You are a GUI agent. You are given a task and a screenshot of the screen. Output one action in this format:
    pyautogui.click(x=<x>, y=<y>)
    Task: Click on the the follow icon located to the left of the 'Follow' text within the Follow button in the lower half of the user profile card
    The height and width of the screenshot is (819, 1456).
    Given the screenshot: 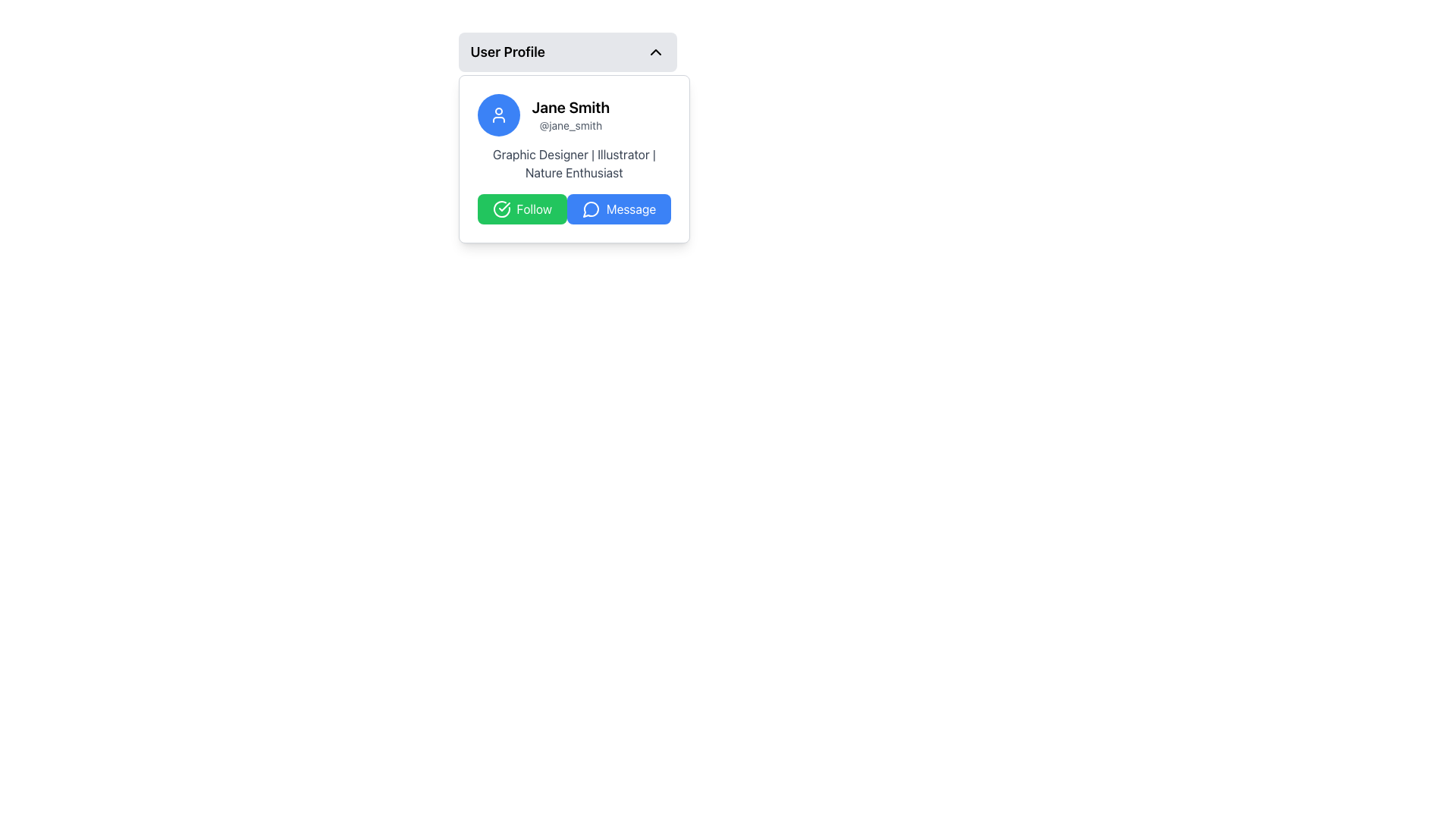 What is the action you would take?
    pyautogui.click(x=501, y=209)
    